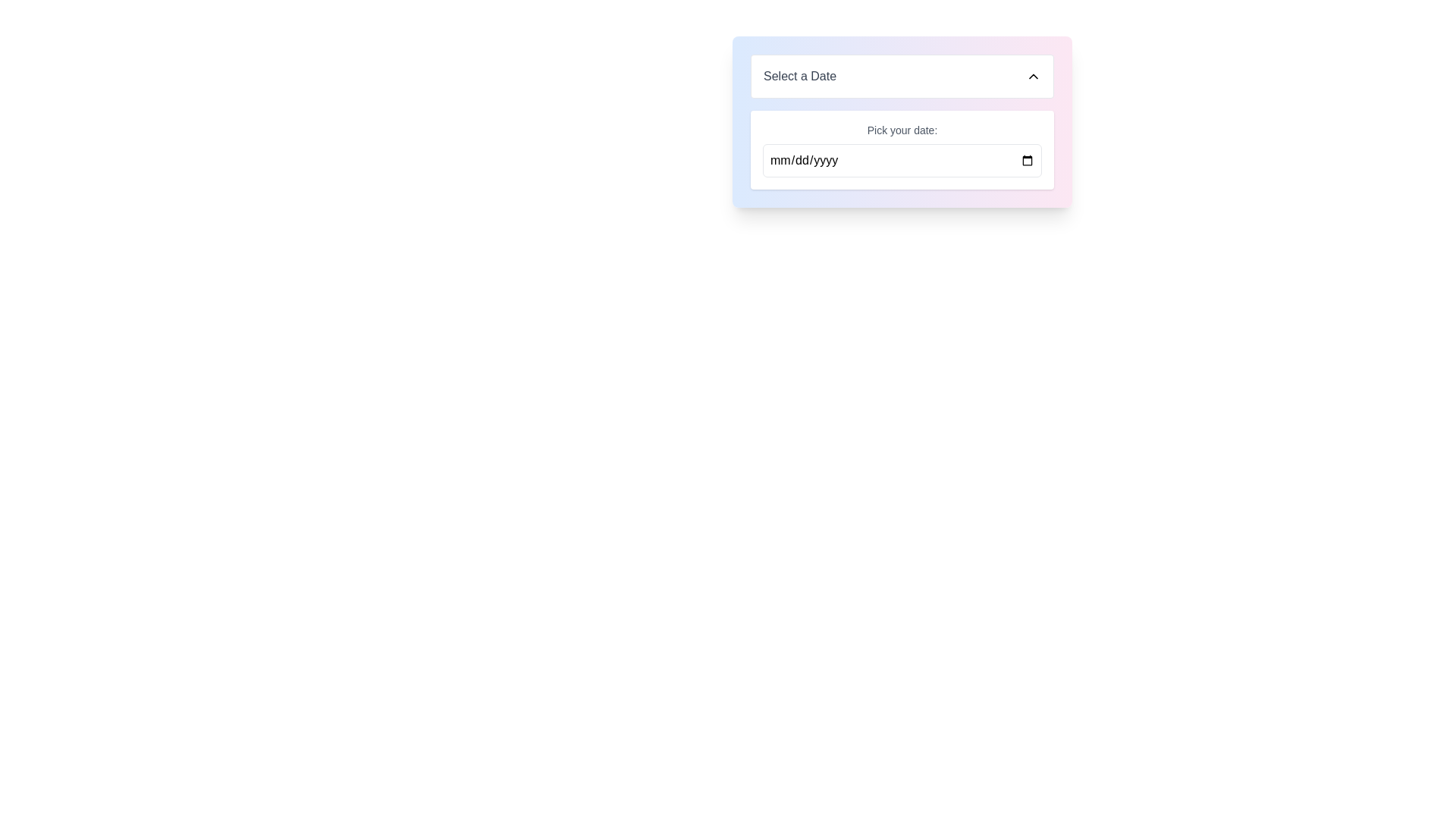  I want to click on the Dropdown Button labeled 'Select a Date', so click(902, 76).